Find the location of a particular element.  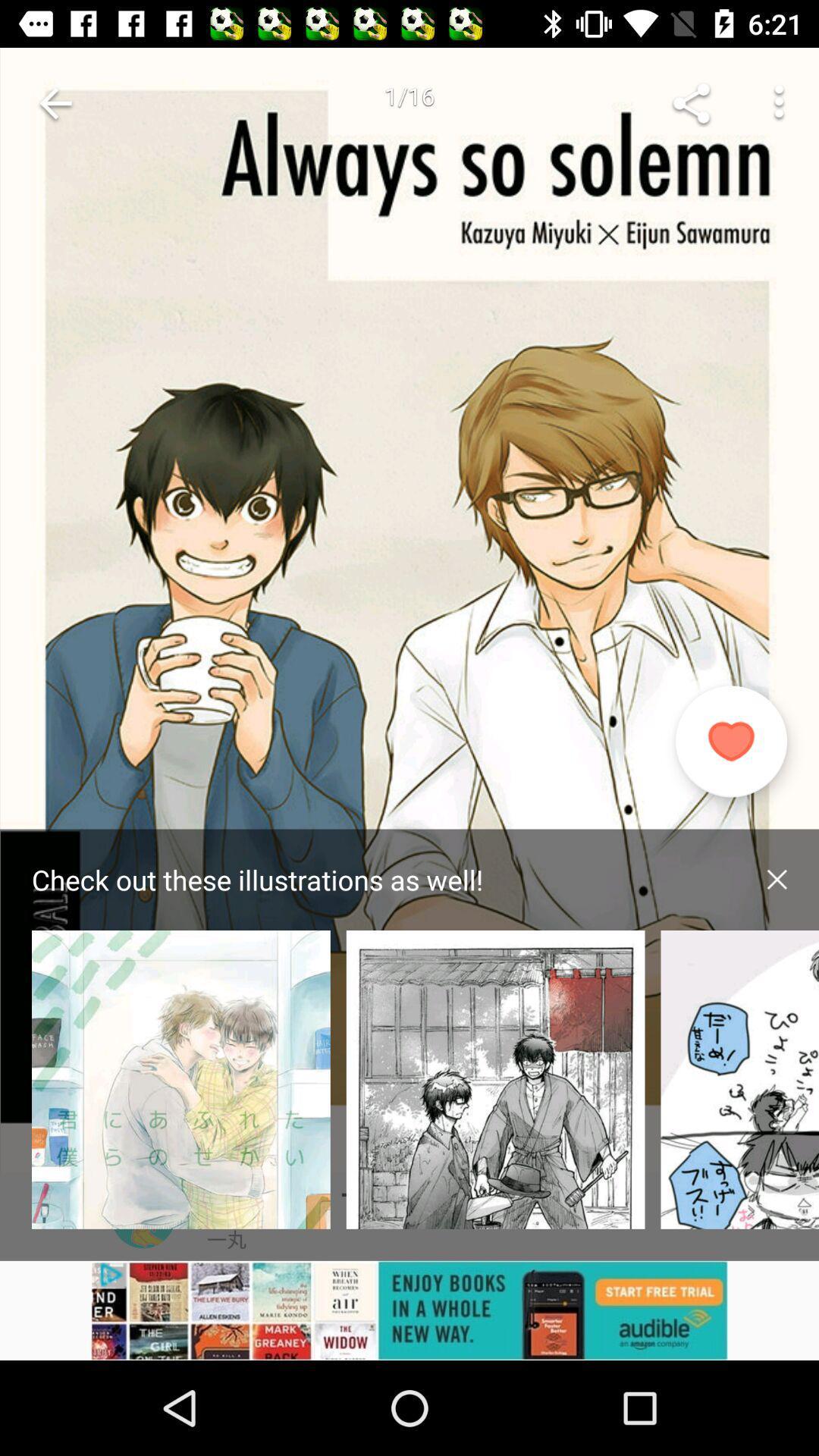

the close icon is located at coordinates (777, 879).